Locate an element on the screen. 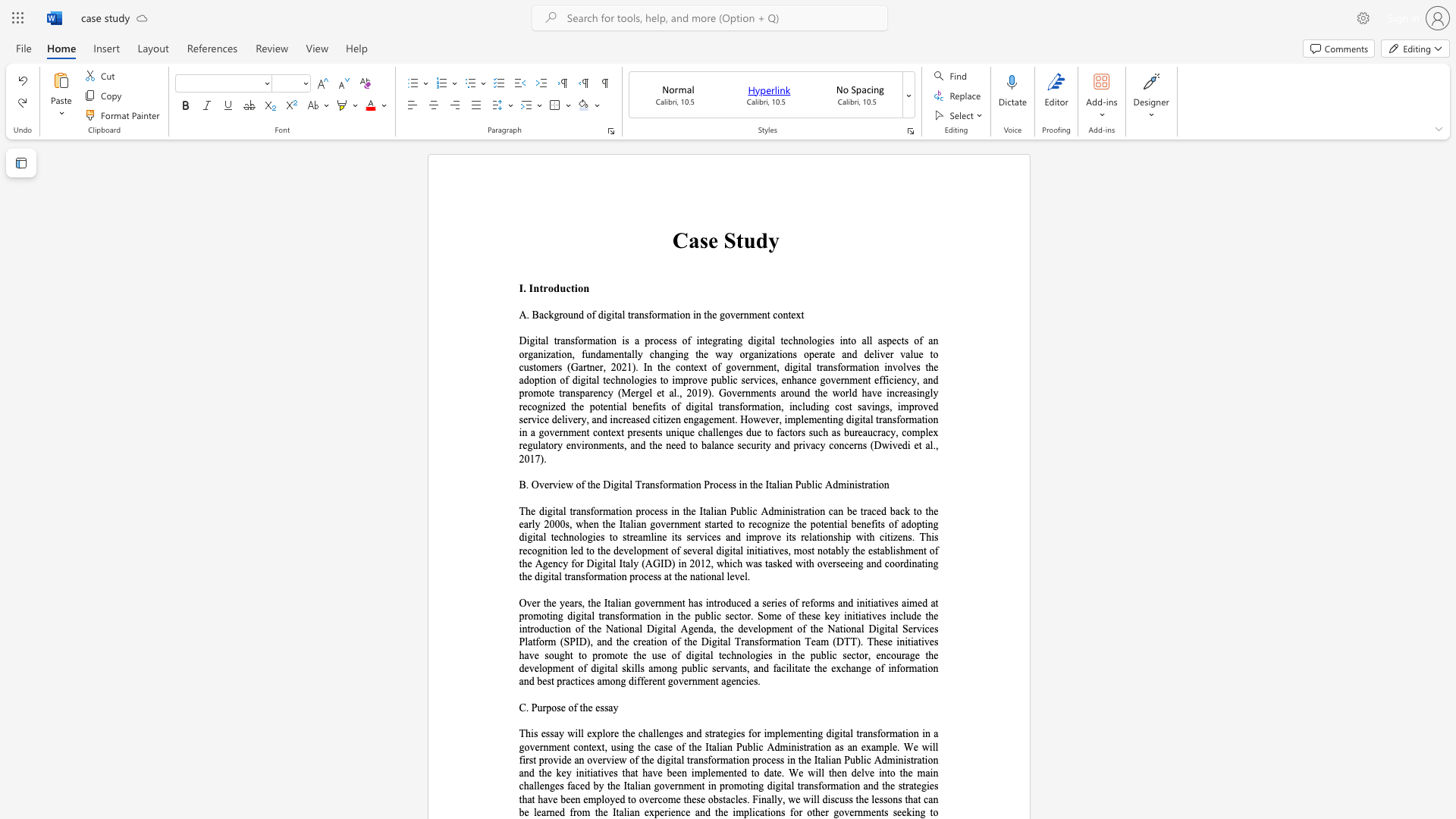  the subset text "and the key initiatives that have been implemented to date. We will then delve into the main challenges faced by the Italian government in promoting digital transformation and the strategies that have been emplo" within the text "This essay will explore the challenges and strategies for implementing digital transformation in a government context, using the case of the Italian Public Administration as an example. We will first provide an overview of the digital transformation process in the Italian Public Administration and the key initiatives that have been implemented to date. We will then delve into the main challenges faced by the Italian government in promoting digital transformation and the strategies that have been employed to" is located at coordinates (519, 773).